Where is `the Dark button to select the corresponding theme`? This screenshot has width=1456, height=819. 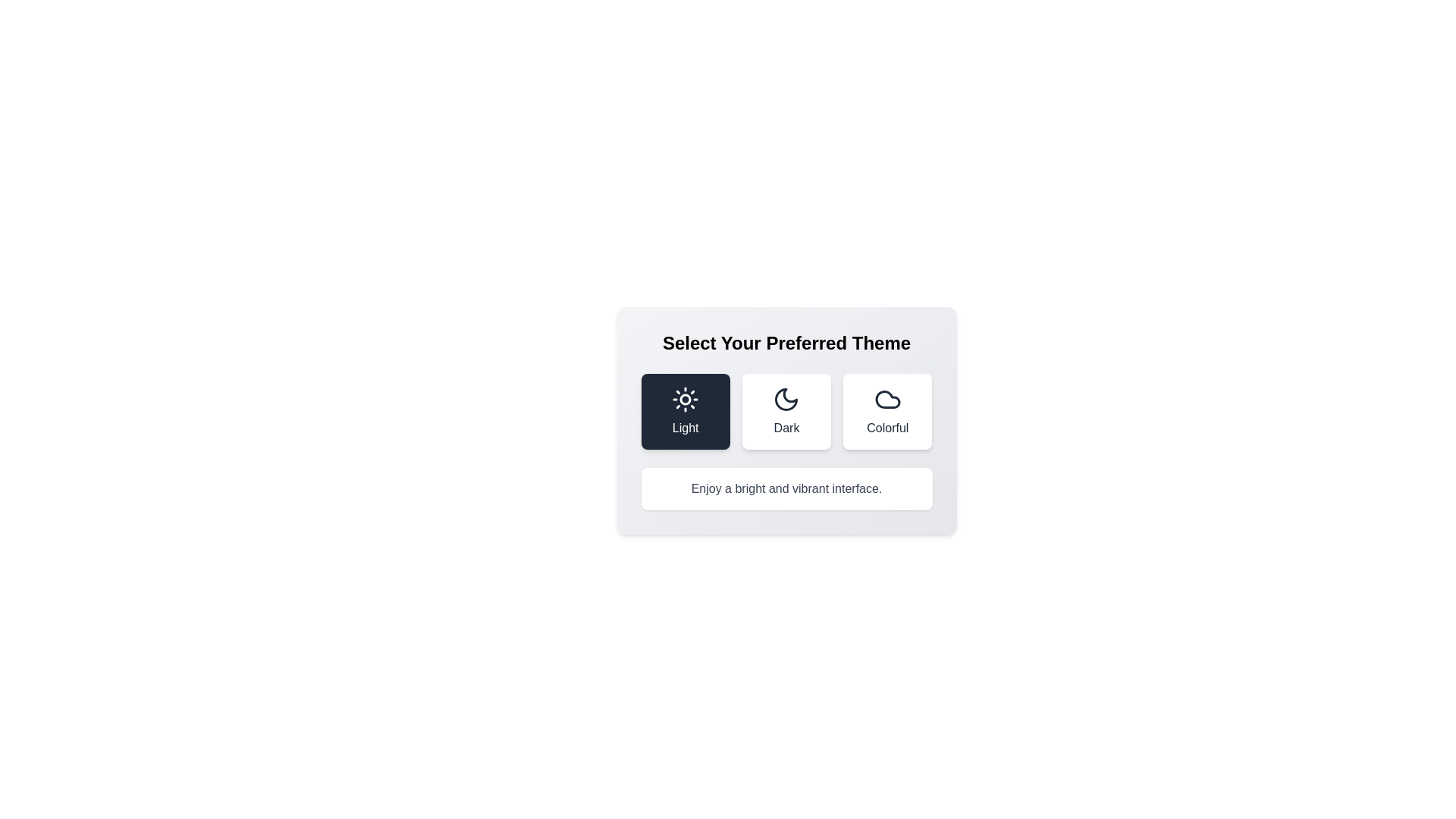 the Dark button to select the corresponding theme is located at coordinates (786, 412).